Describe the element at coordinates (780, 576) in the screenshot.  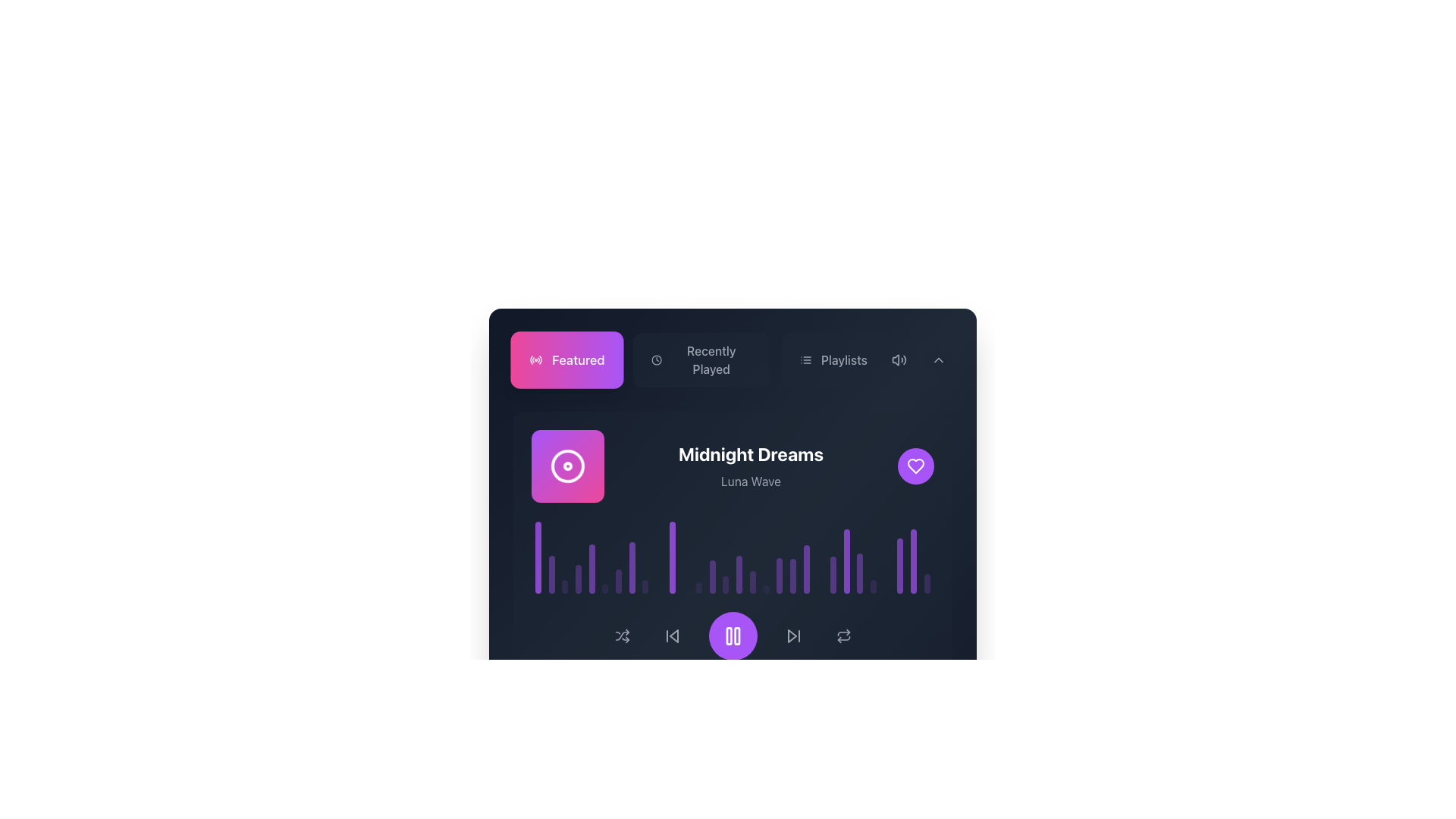
I see `the seventeenth purple vertical bar in the graphical visualization element, which has rounded top and bottom edges, located centrally in the lower part of the interface` at that location.